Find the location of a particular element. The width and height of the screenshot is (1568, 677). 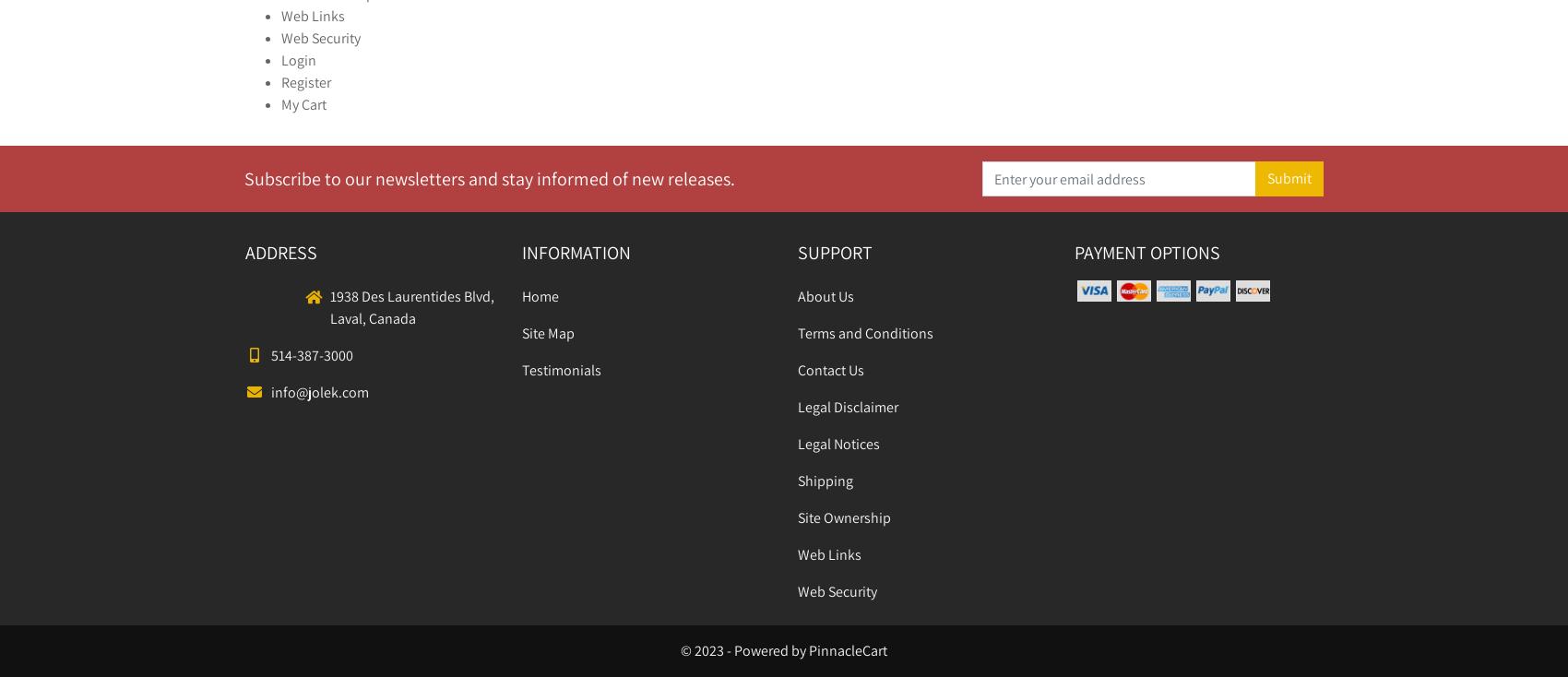

'About Us' is located at coordinates (826, 296).